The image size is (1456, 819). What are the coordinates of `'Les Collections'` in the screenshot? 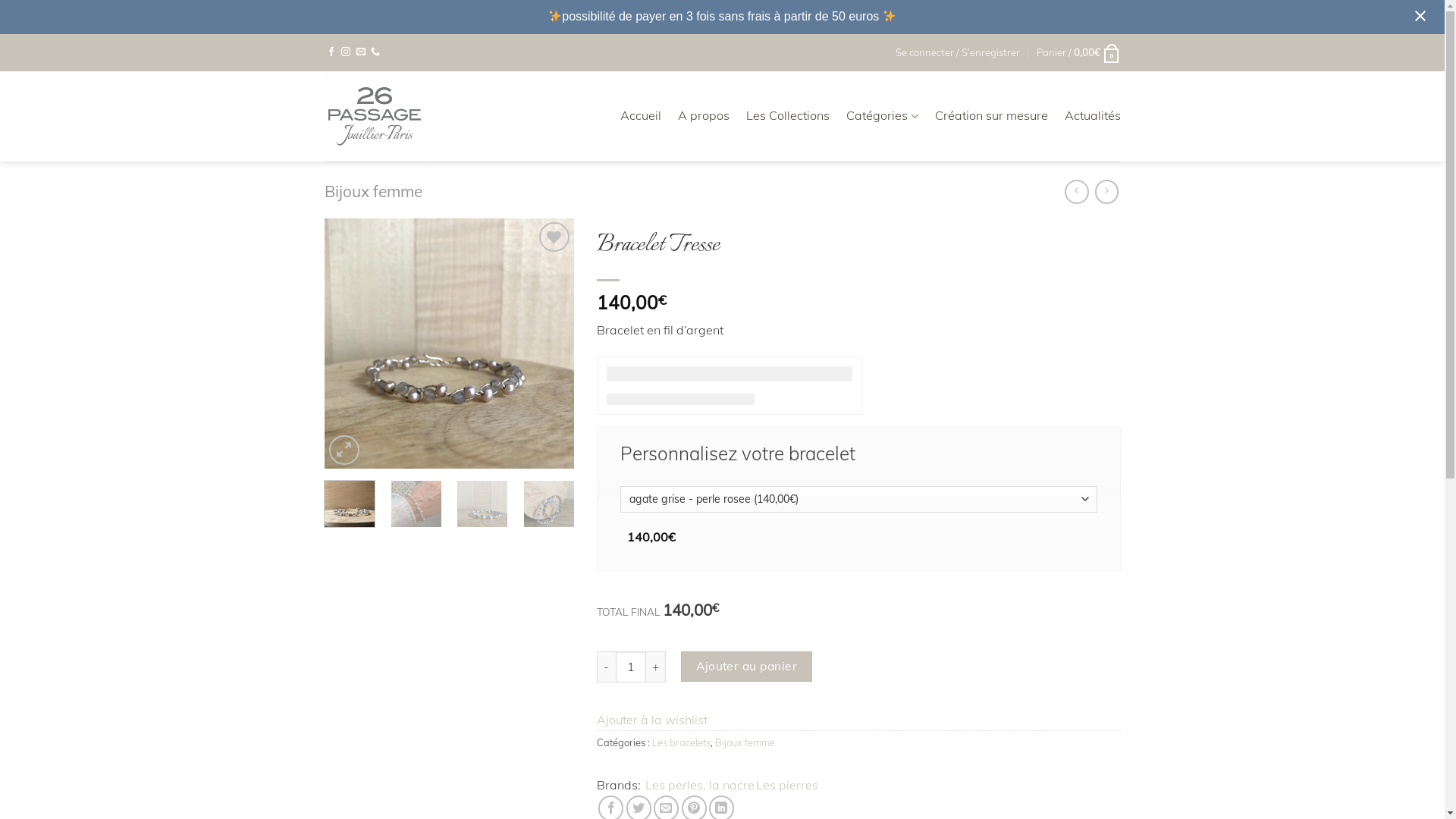 It's located at (745, 115).